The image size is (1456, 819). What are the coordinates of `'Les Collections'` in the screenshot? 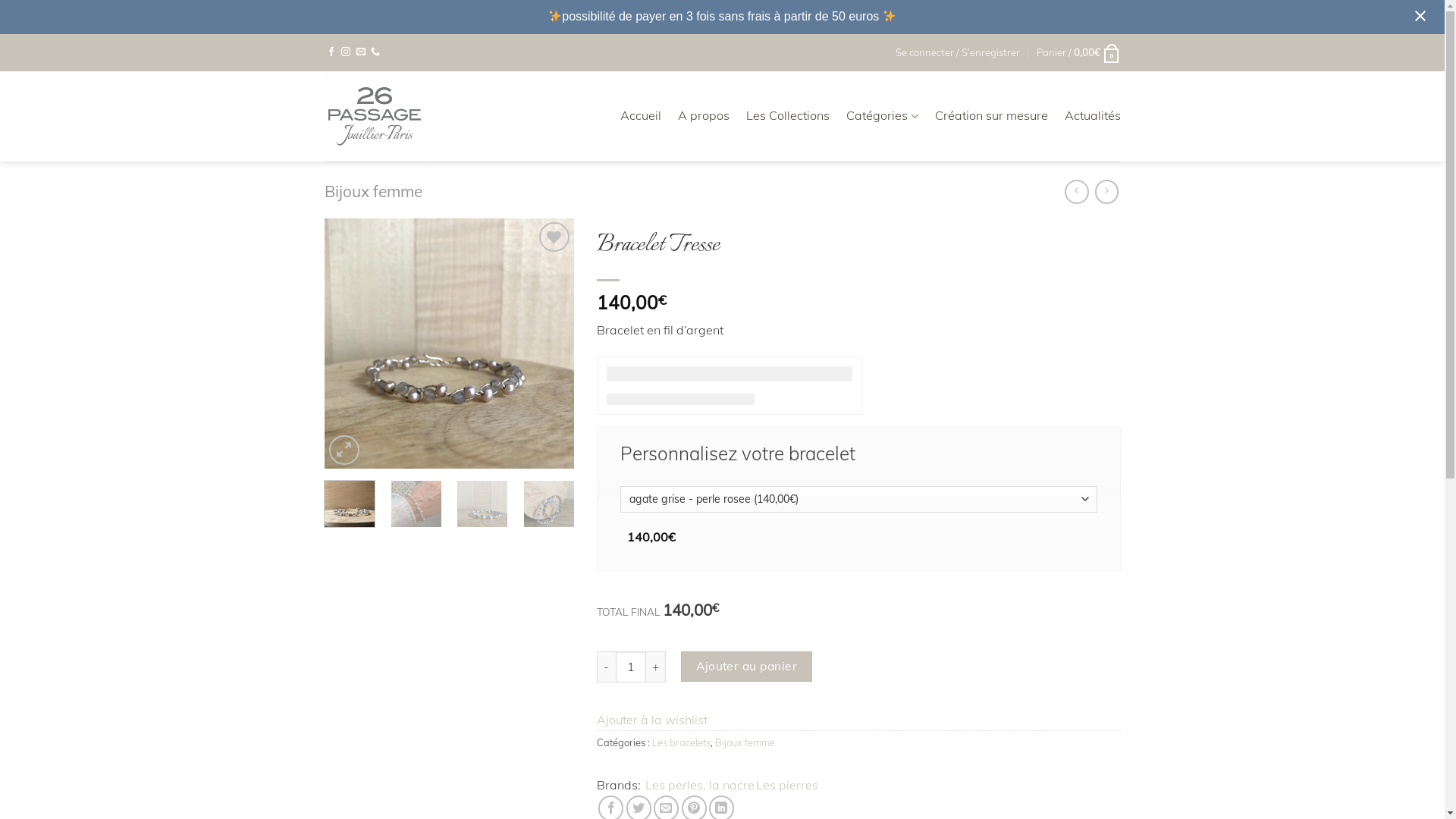 It's located at (745, 115).